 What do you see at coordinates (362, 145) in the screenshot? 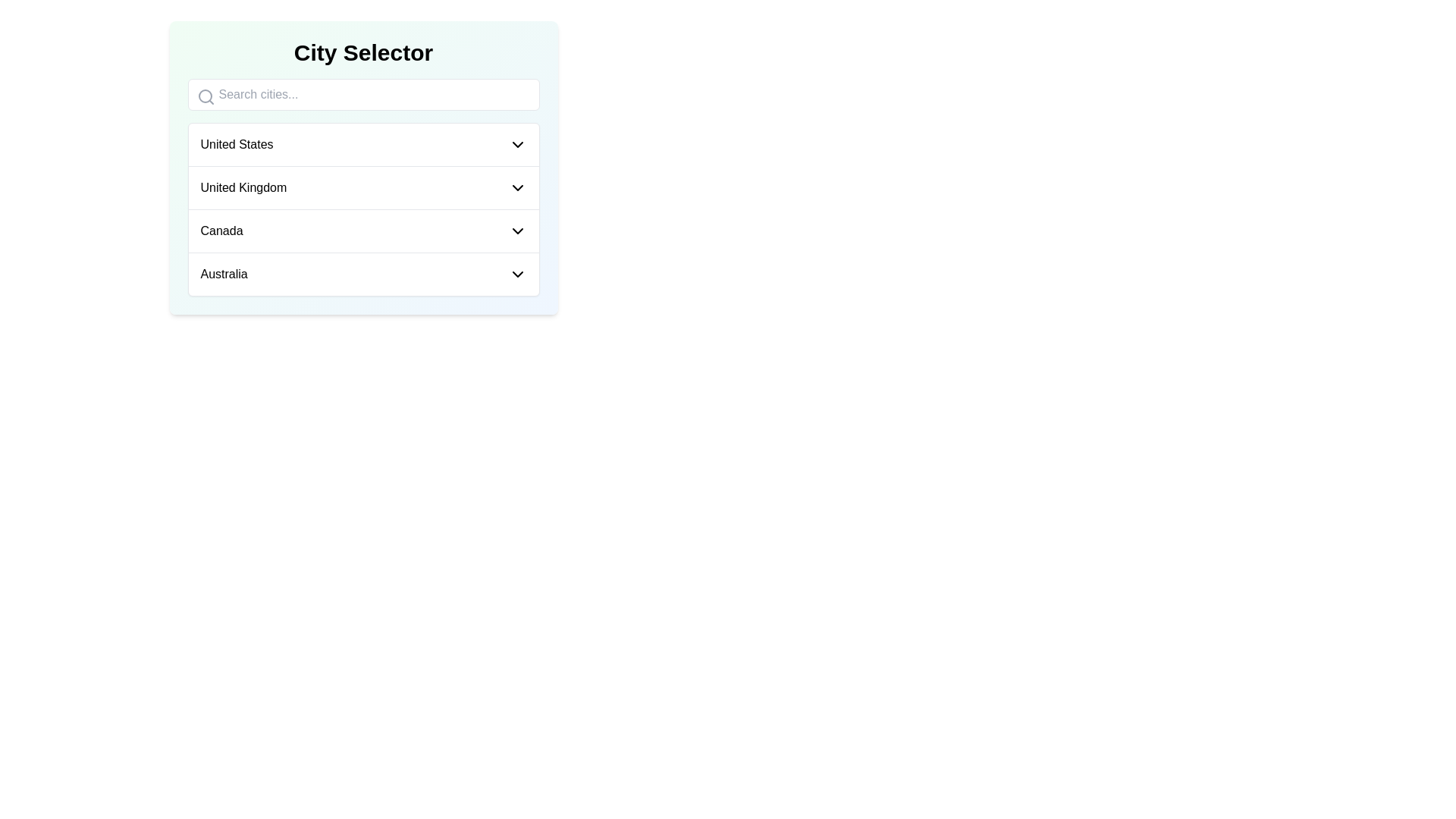
I see `the first entry of the list option row labeled 'United States' for keyboard navigation in the 'City Selector' dialog` at bounding box center [362, 145].